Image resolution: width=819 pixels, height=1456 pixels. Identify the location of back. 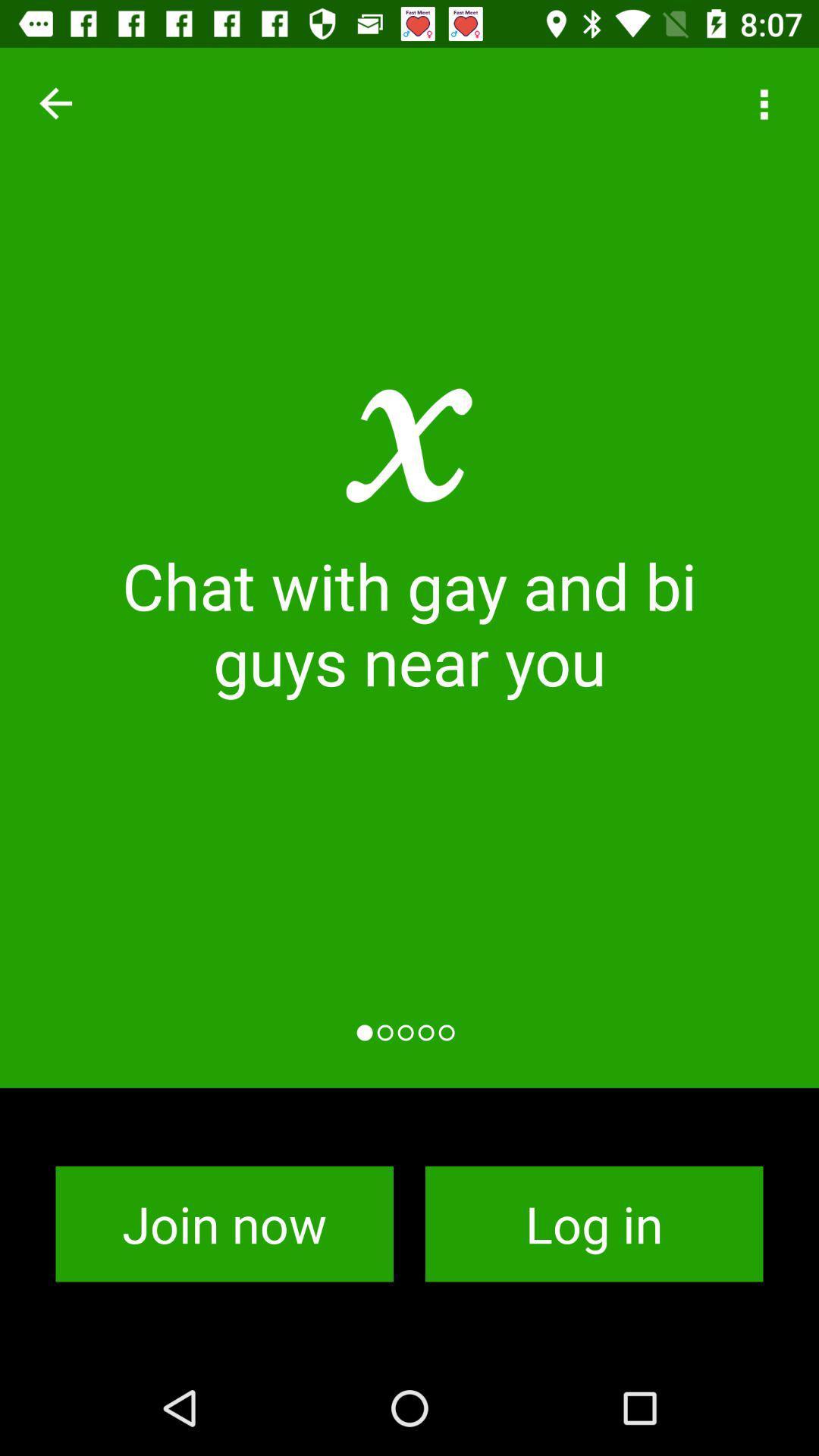
(55, 102).